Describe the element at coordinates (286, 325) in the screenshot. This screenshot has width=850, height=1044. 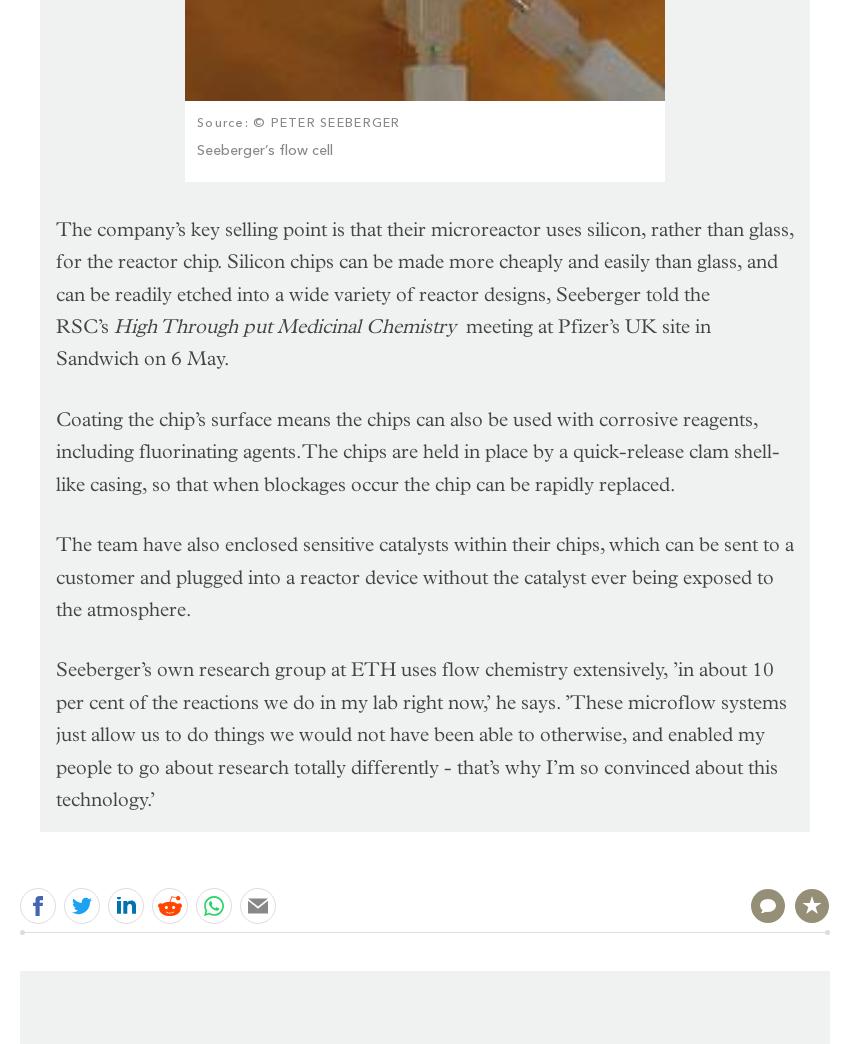
I see `'High Through put Medicinal Chemistry'` at that location.